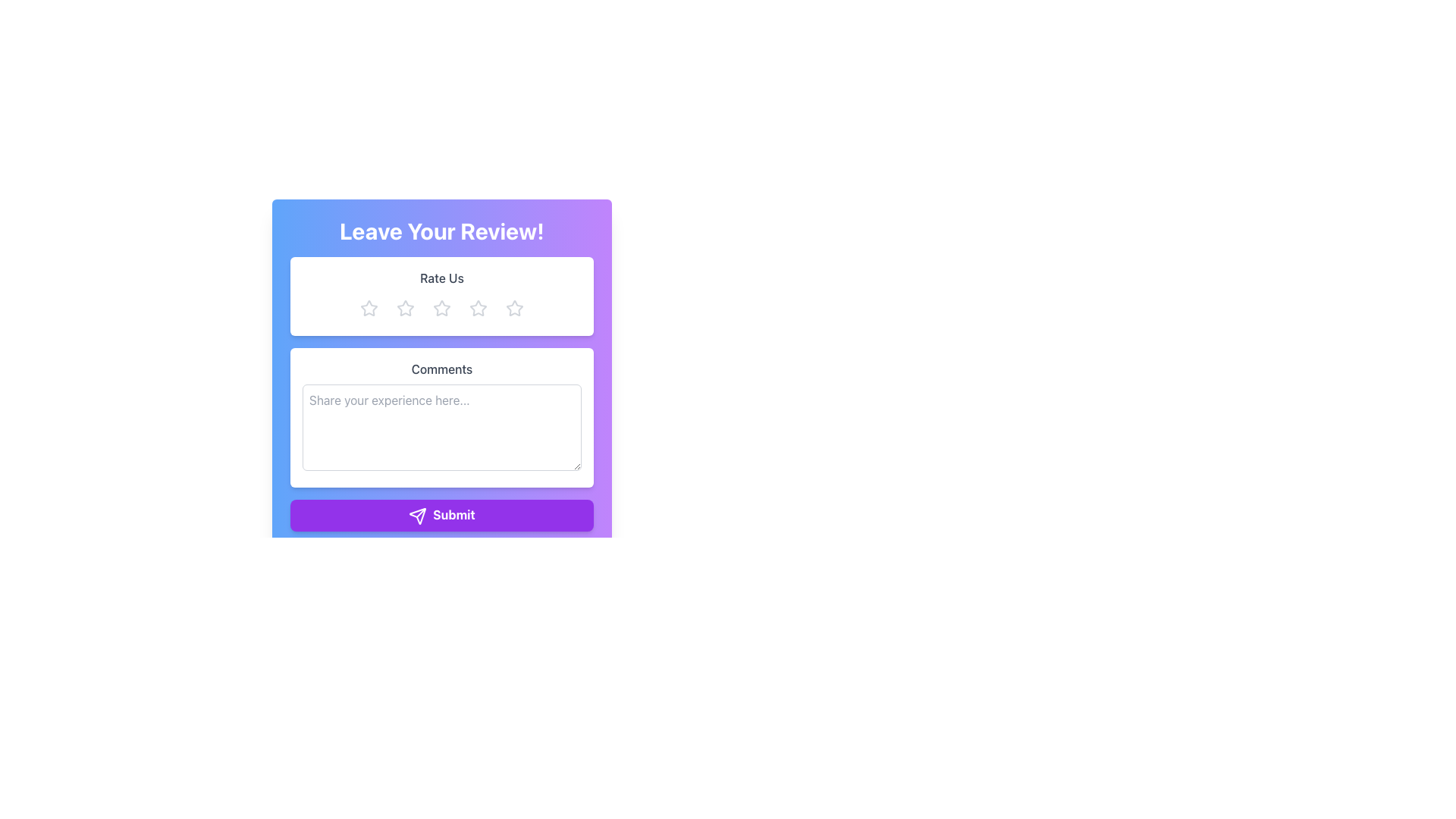 The height and width of the screenshot is (819, 1456). What do you see at coordinates (405, 308) in the screenshot?
I see `the second star button in the rating system located under the 'Rate Us' heading` at bounding box center [405, 308].